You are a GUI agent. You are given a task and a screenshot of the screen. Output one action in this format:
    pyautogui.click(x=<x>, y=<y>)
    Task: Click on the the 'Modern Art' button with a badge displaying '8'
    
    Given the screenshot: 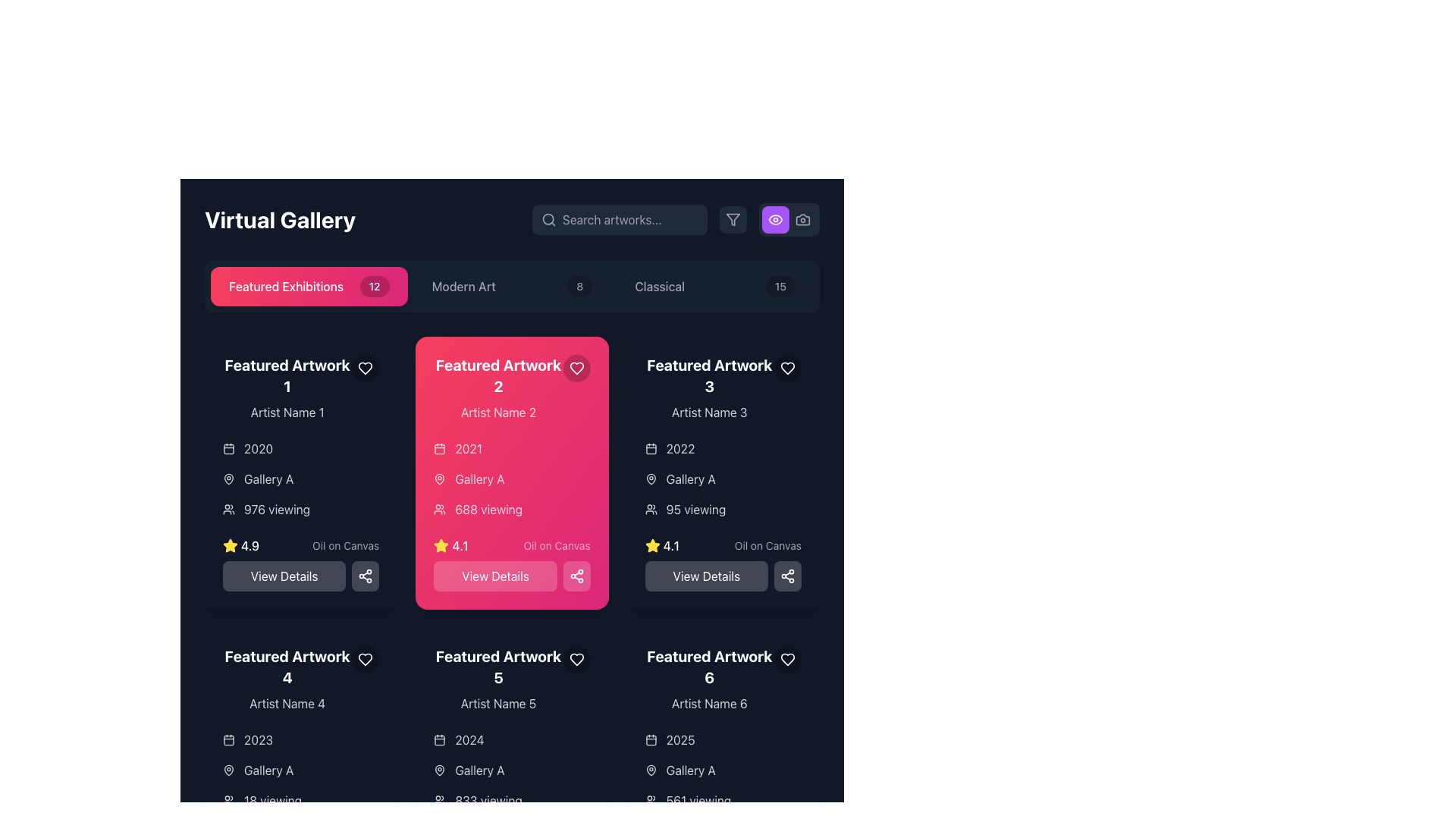 What is the action you would take?
    pyautogui.click(x=512, y=287)
    